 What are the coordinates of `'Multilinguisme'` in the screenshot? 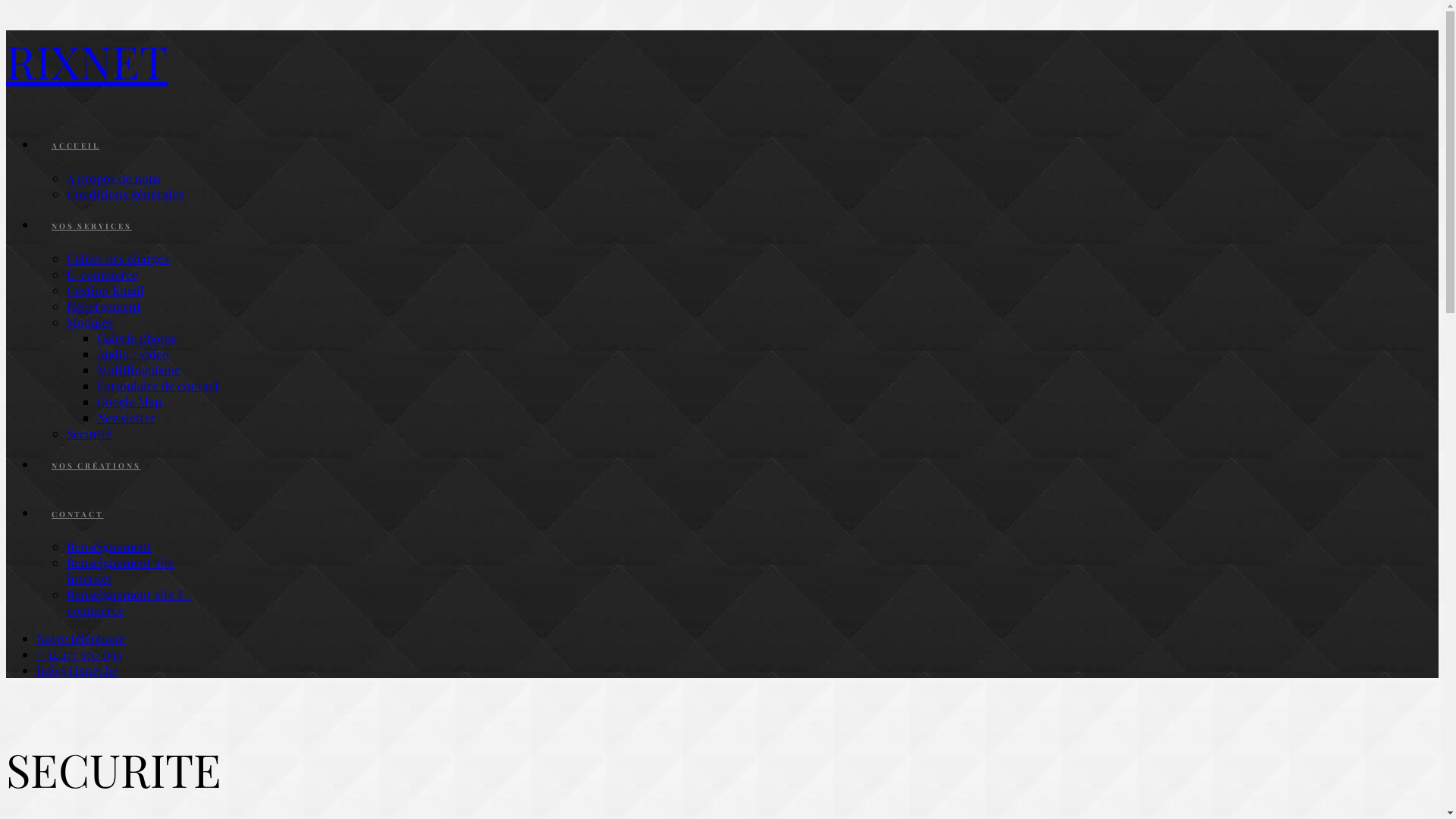 It's located at (138, 369).